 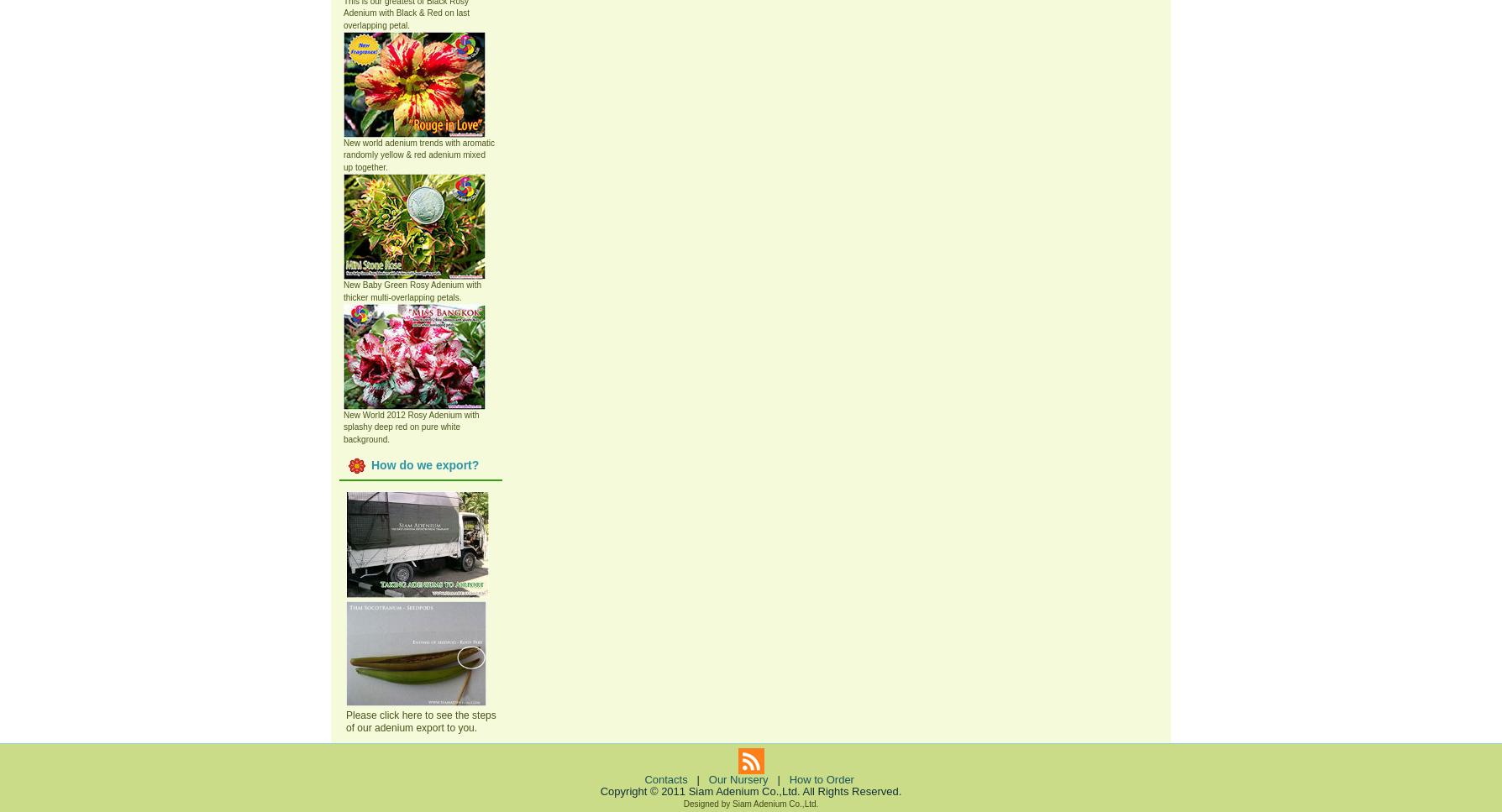 I want to click on 'New World 2012 Rosy Adenium with splashy deep red on pure white background.', so click(x=411, y=425).